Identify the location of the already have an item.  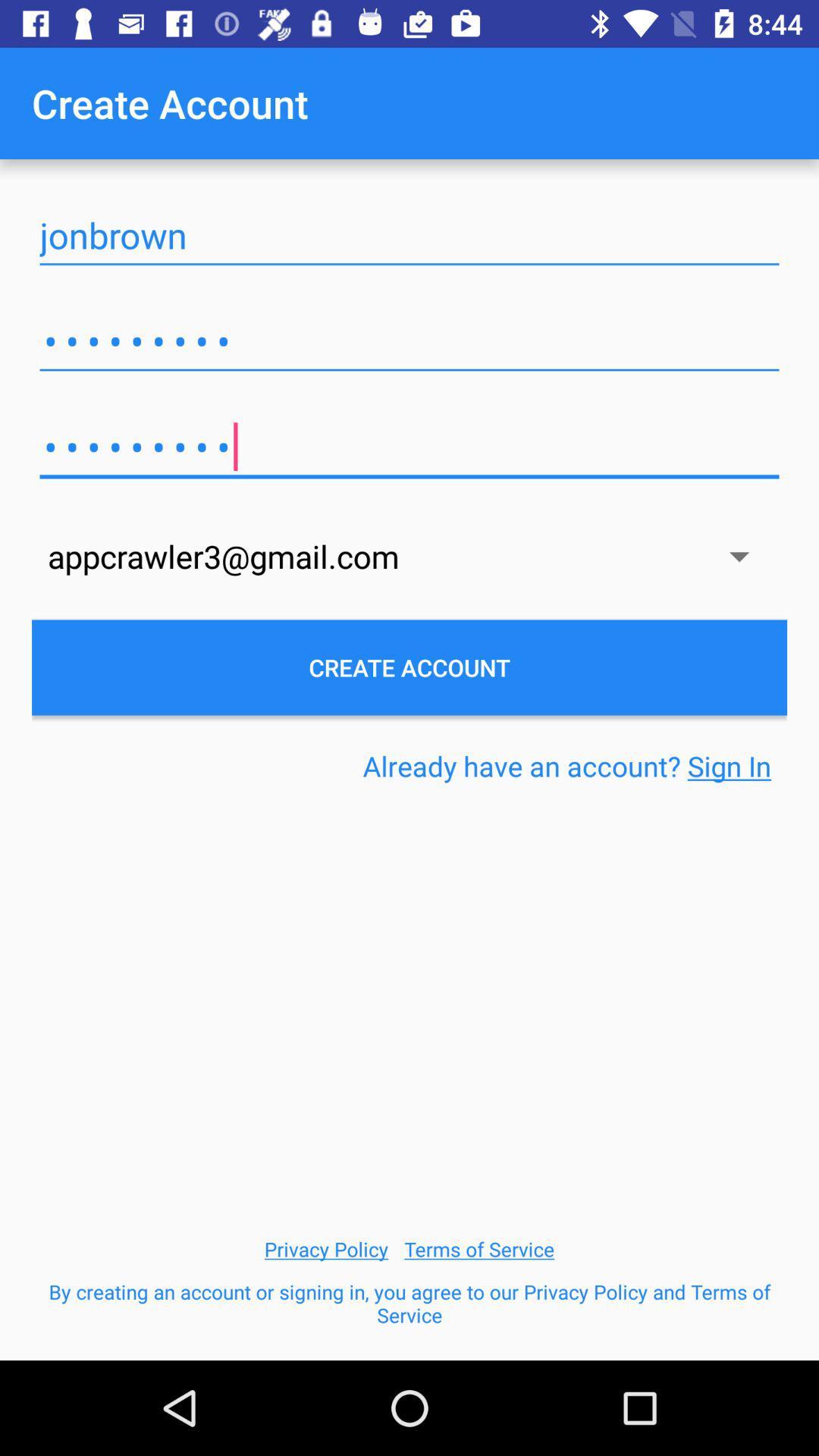
(566, 766).